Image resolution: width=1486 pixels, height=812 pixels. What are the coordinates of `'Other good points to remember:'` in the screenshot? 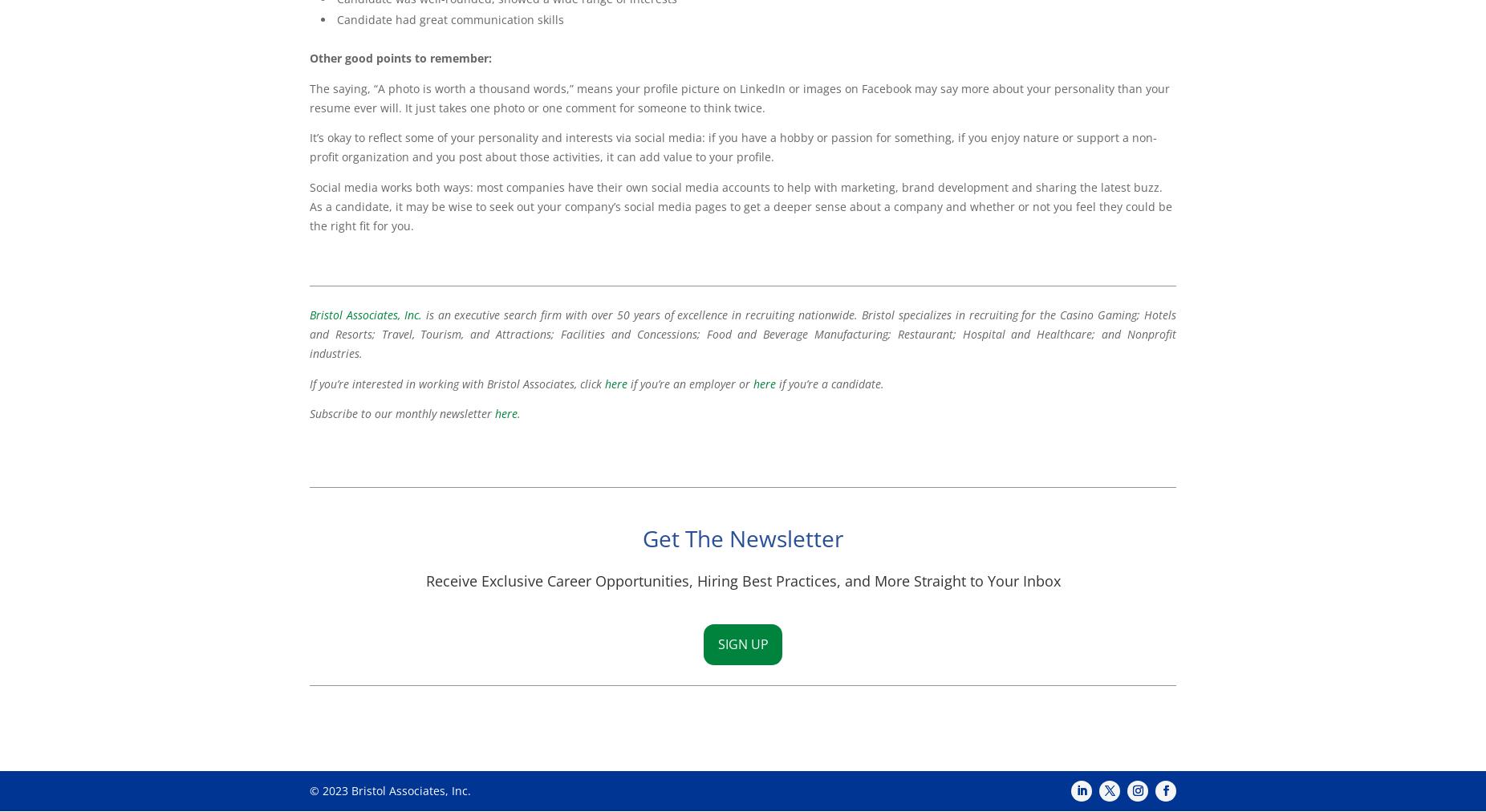 It's located at (400, 57).